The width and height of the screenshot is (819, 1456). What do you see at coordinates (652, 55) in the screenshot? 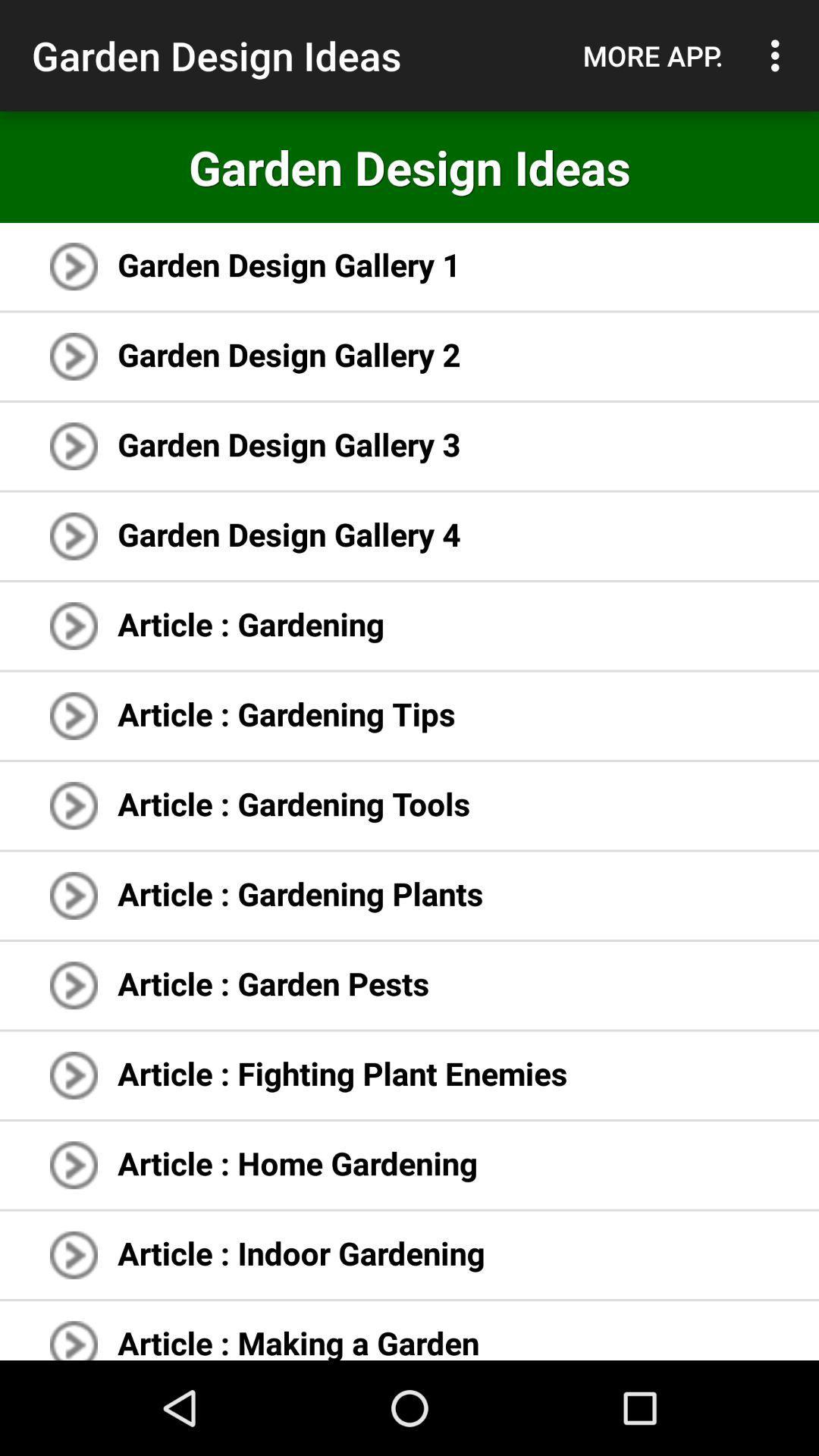
I see `more app. item` at bounding box center [652, 55].